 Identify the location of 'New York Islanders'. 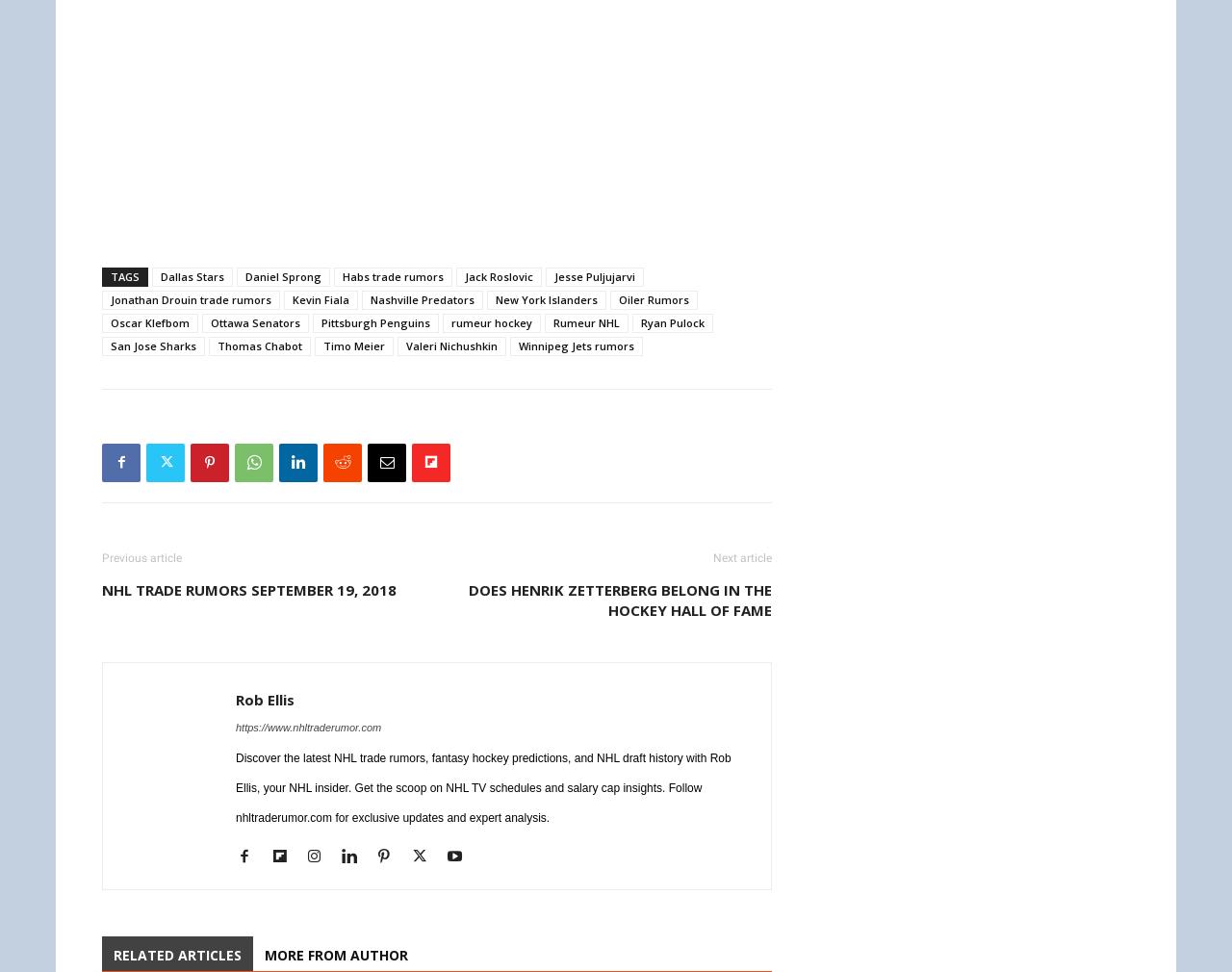
(545, 298).